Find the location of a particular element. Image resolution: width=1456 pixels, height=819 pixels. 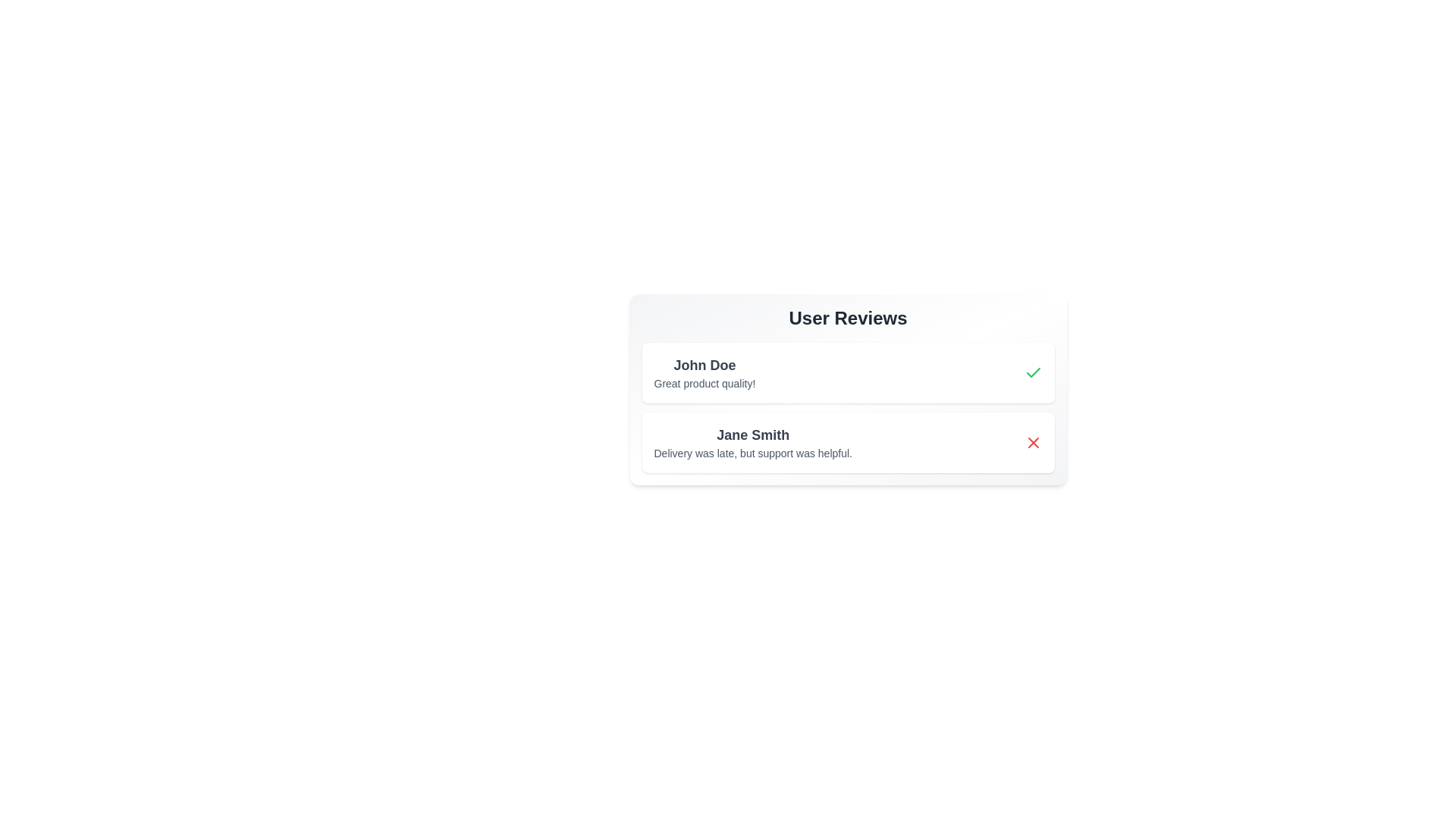

the red 'X' icon located is located at coordinates (1032, 442).